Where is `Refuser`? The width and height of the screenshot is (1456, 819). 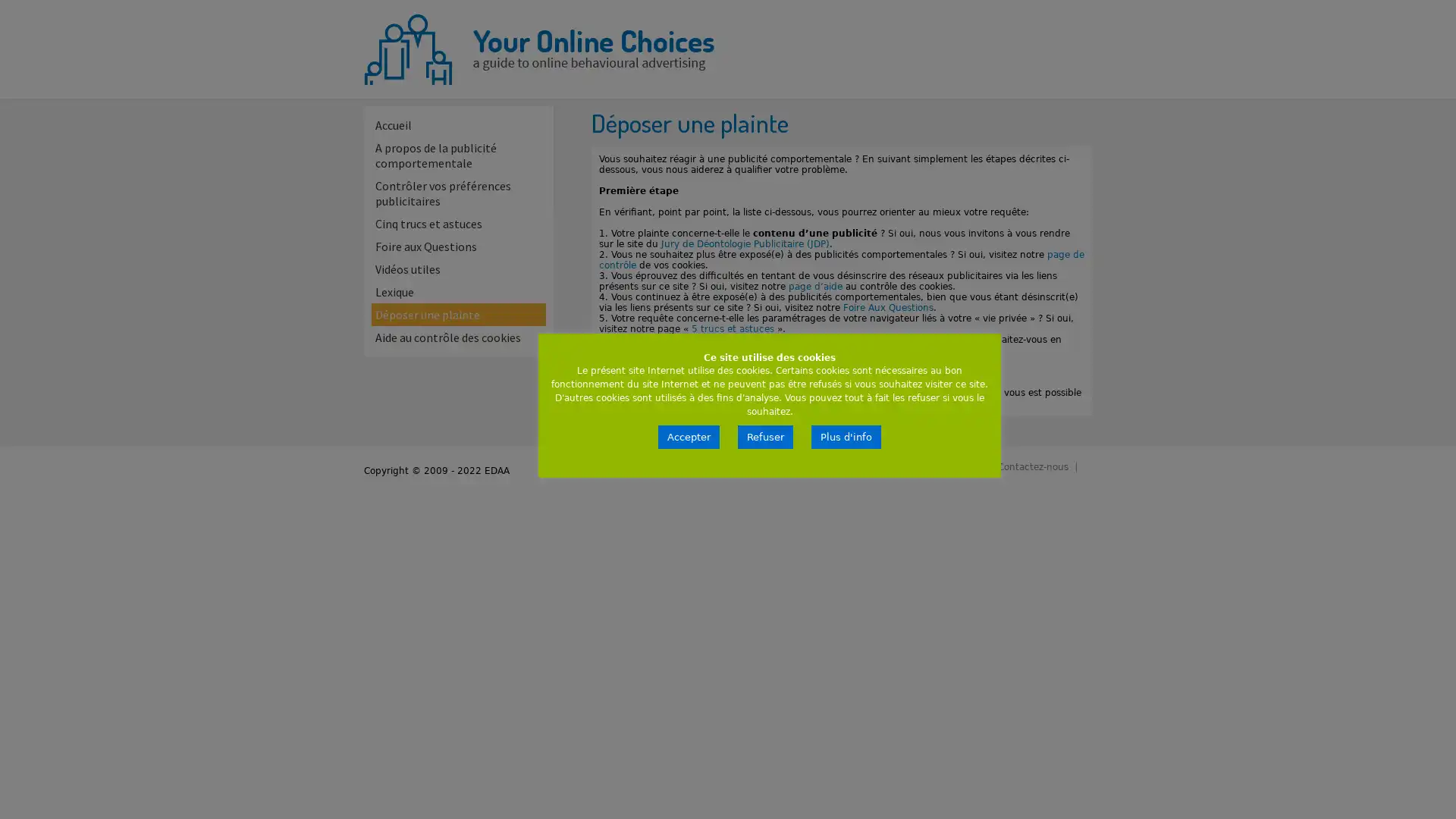 Refuser is located at coordinates (765, 437).